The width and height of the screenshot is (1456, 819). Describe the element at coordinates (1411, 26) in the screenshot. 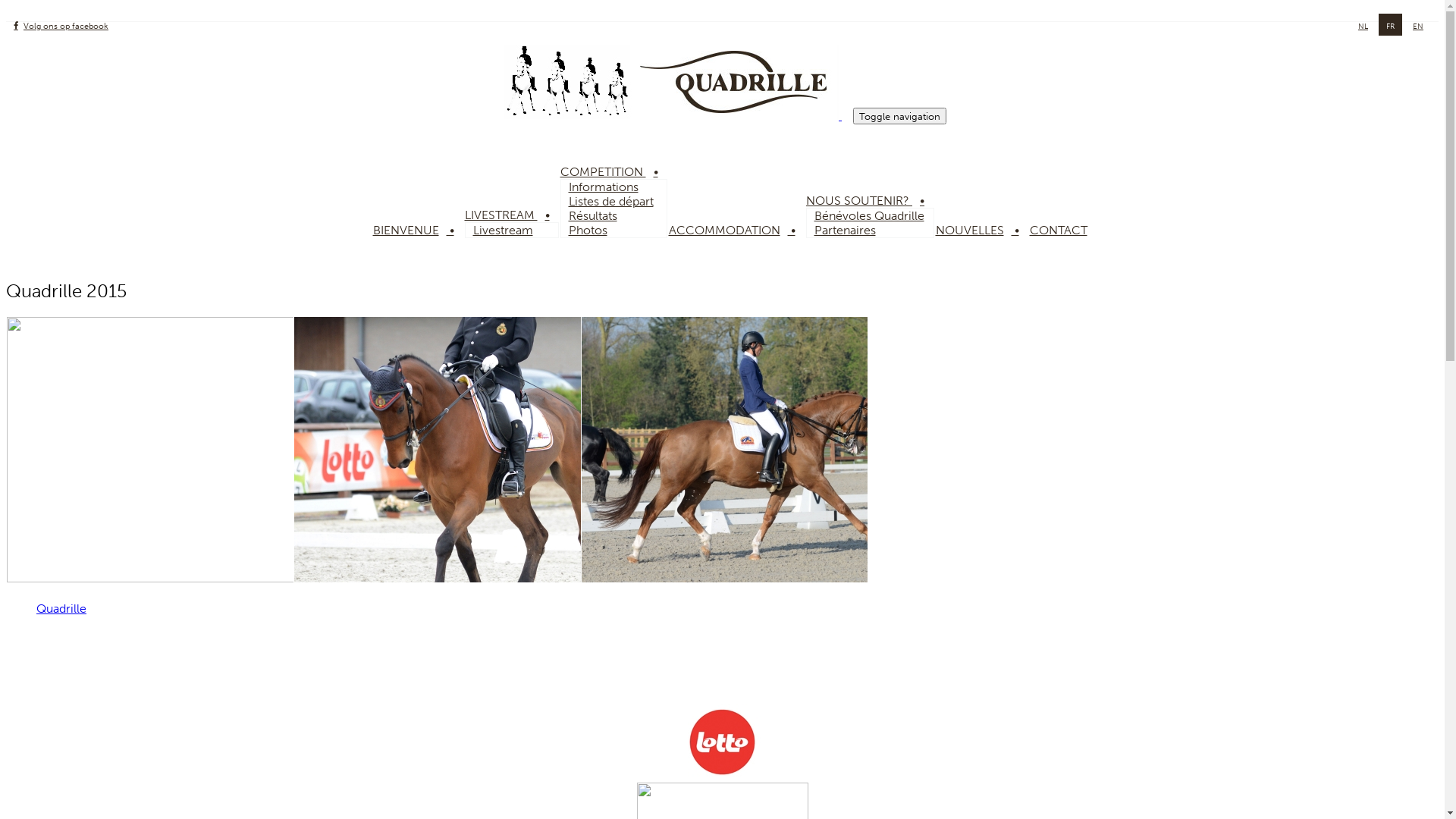

I see `'EN'` at that location.